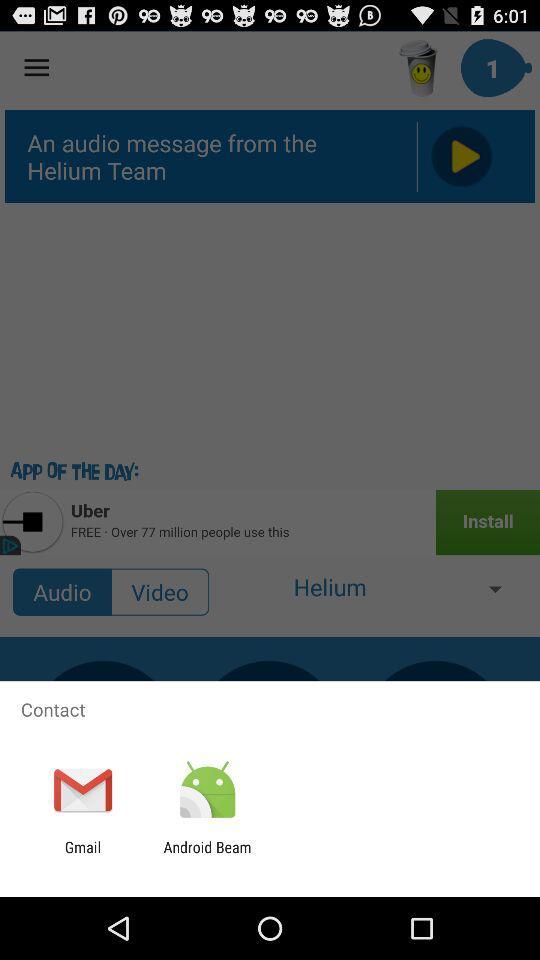 The height and width of the screenshot is (960, 540). I want to click on app next to the android beam icon, so click(82, 855).